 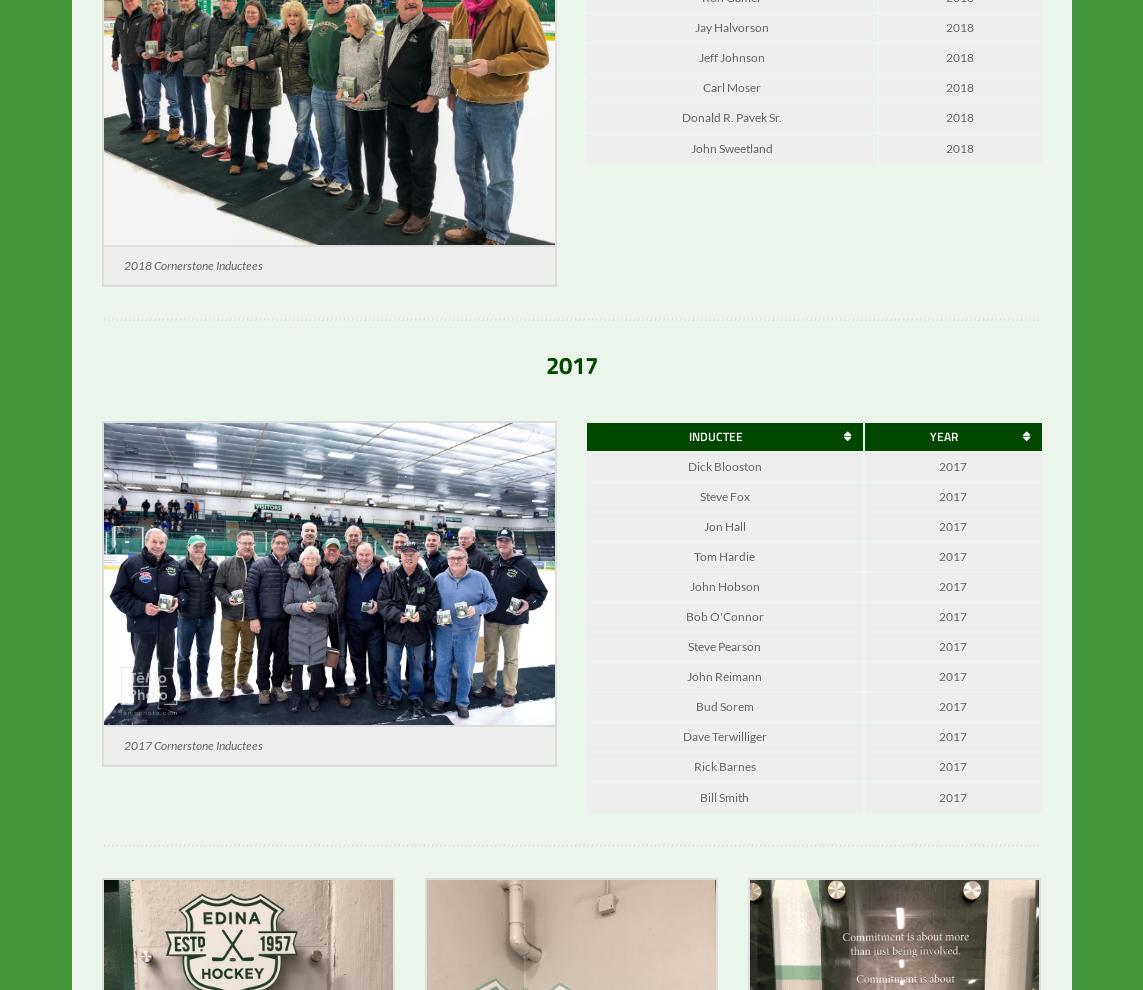 I want to click on 'Dick Blooston', so click(x=723, y=480).